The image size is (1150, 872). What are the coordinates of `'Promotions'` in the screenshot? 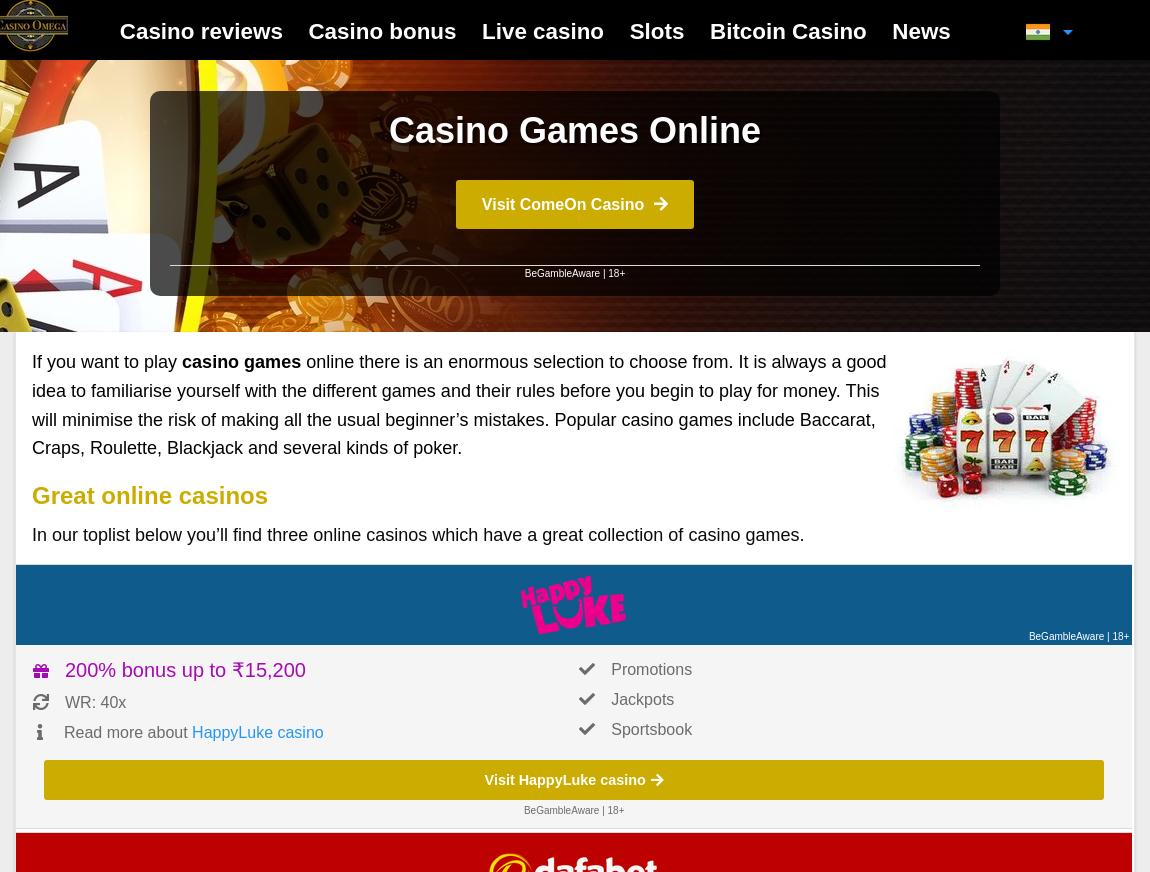 It's located at (650, 668).